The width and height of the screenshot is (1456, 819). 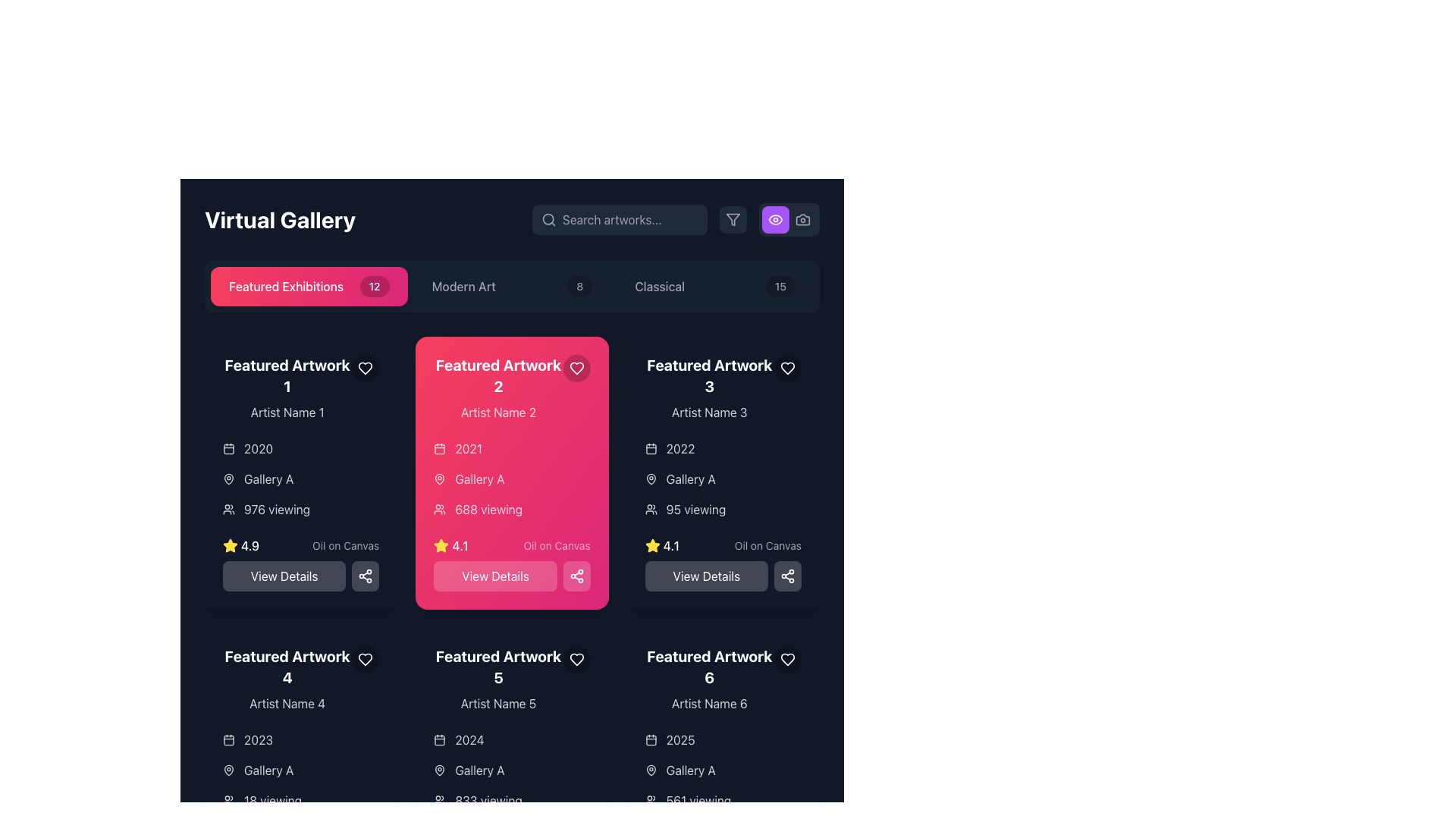 I want to click on the decorative and informative icon representing the 'viewing' count, which is located to the left of the text '833 viewing', so click(x=439, y=800).